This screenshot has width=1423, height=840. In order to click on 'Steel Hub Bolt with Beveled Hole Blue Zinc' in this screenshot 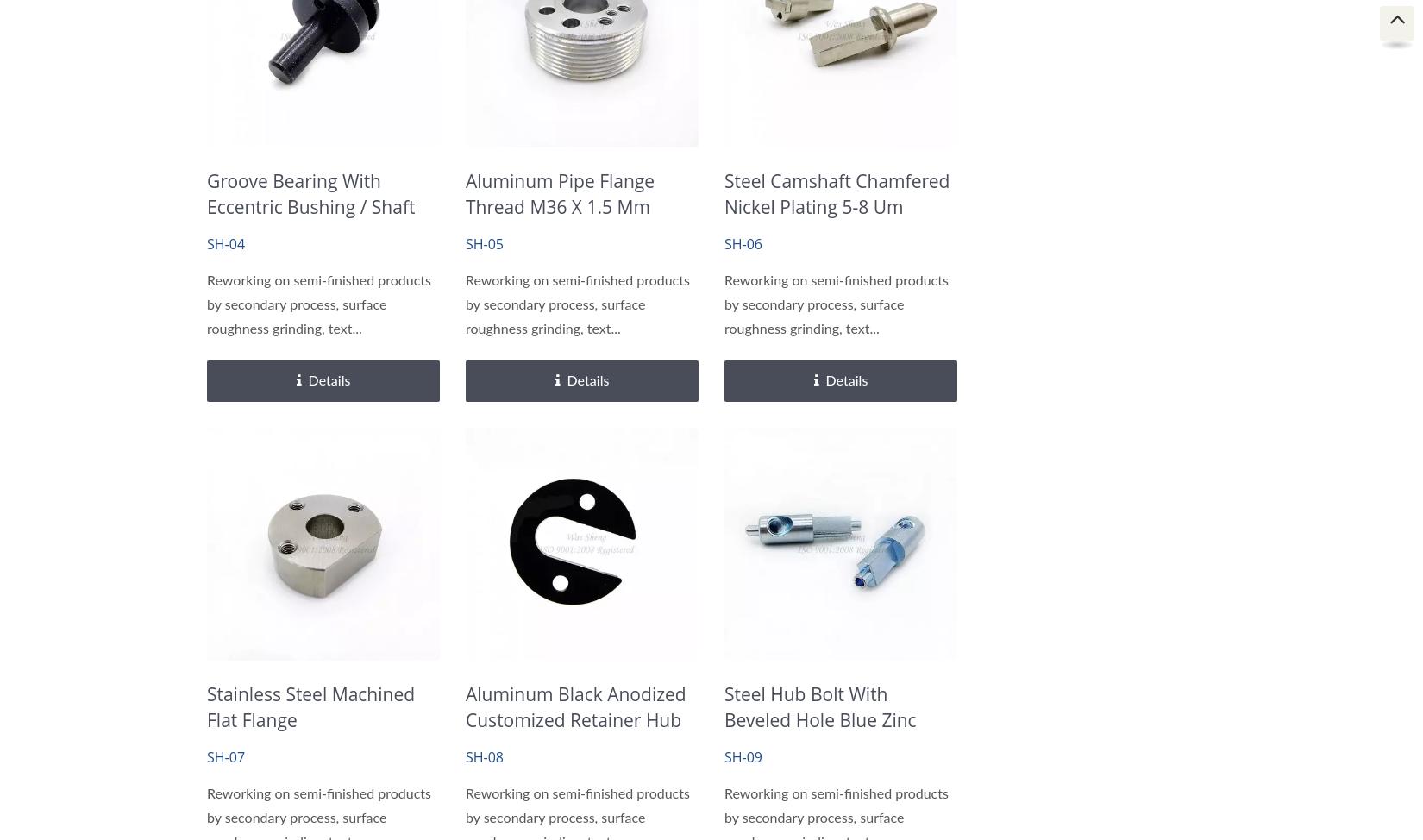, I will do `click(819, 707)`.